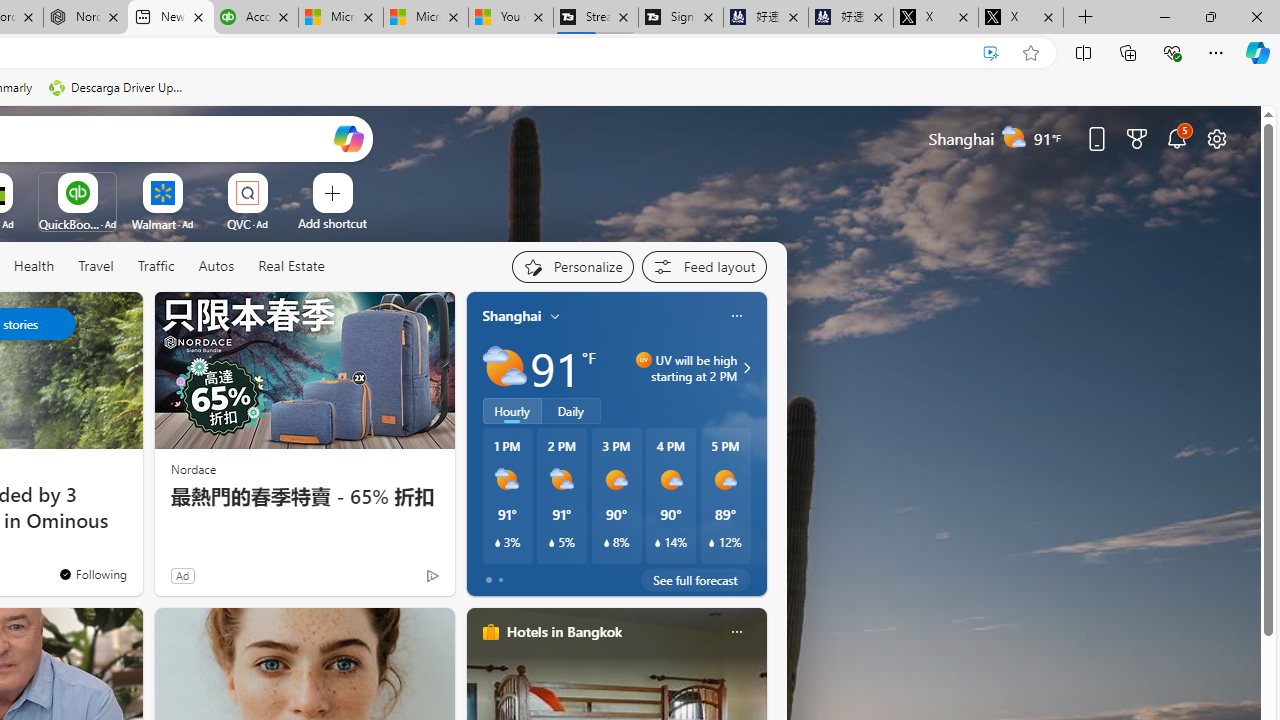  I want to click on 'You', so click(91, 573).